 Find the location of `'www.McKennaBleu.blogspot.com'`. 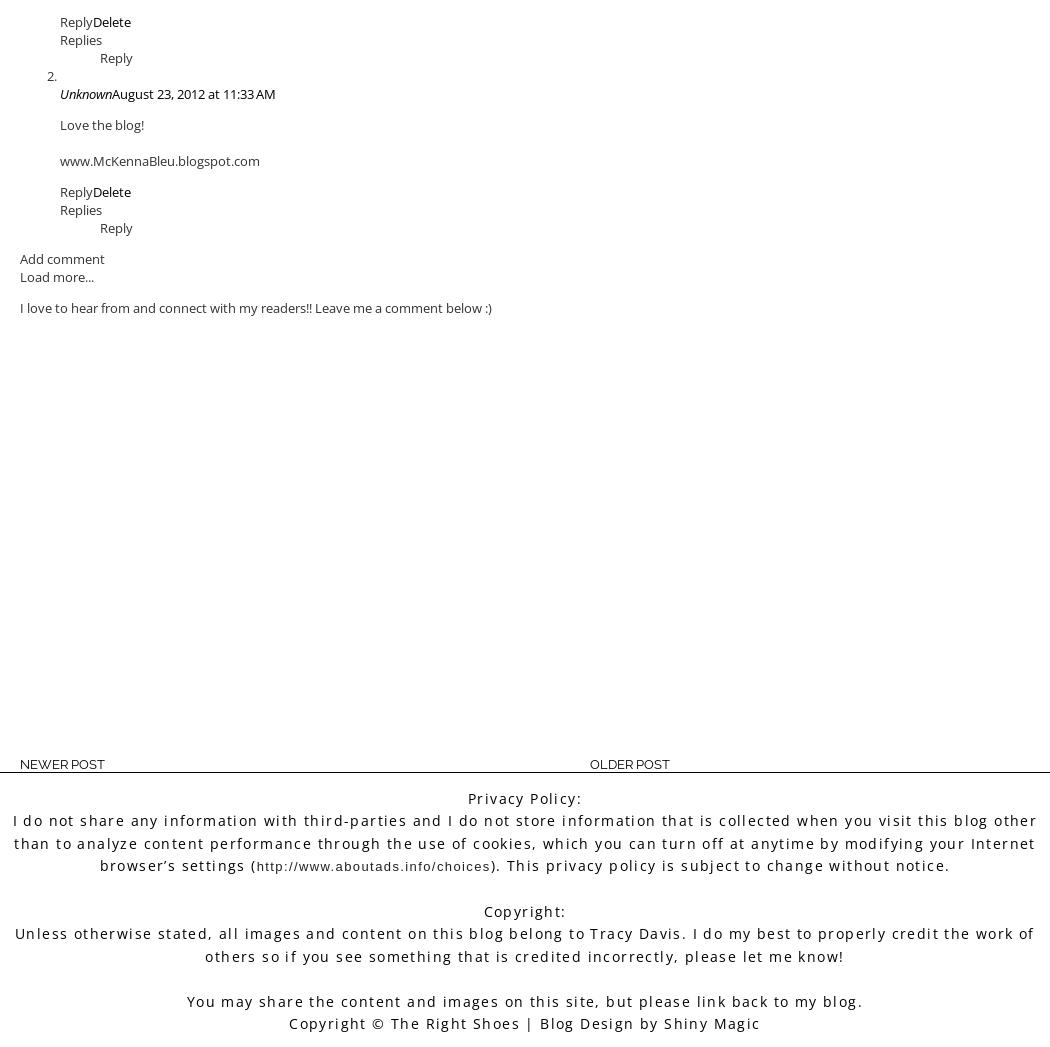

'www.McKennaBleu.blogspot.com' is located at coordinates (160, 161).